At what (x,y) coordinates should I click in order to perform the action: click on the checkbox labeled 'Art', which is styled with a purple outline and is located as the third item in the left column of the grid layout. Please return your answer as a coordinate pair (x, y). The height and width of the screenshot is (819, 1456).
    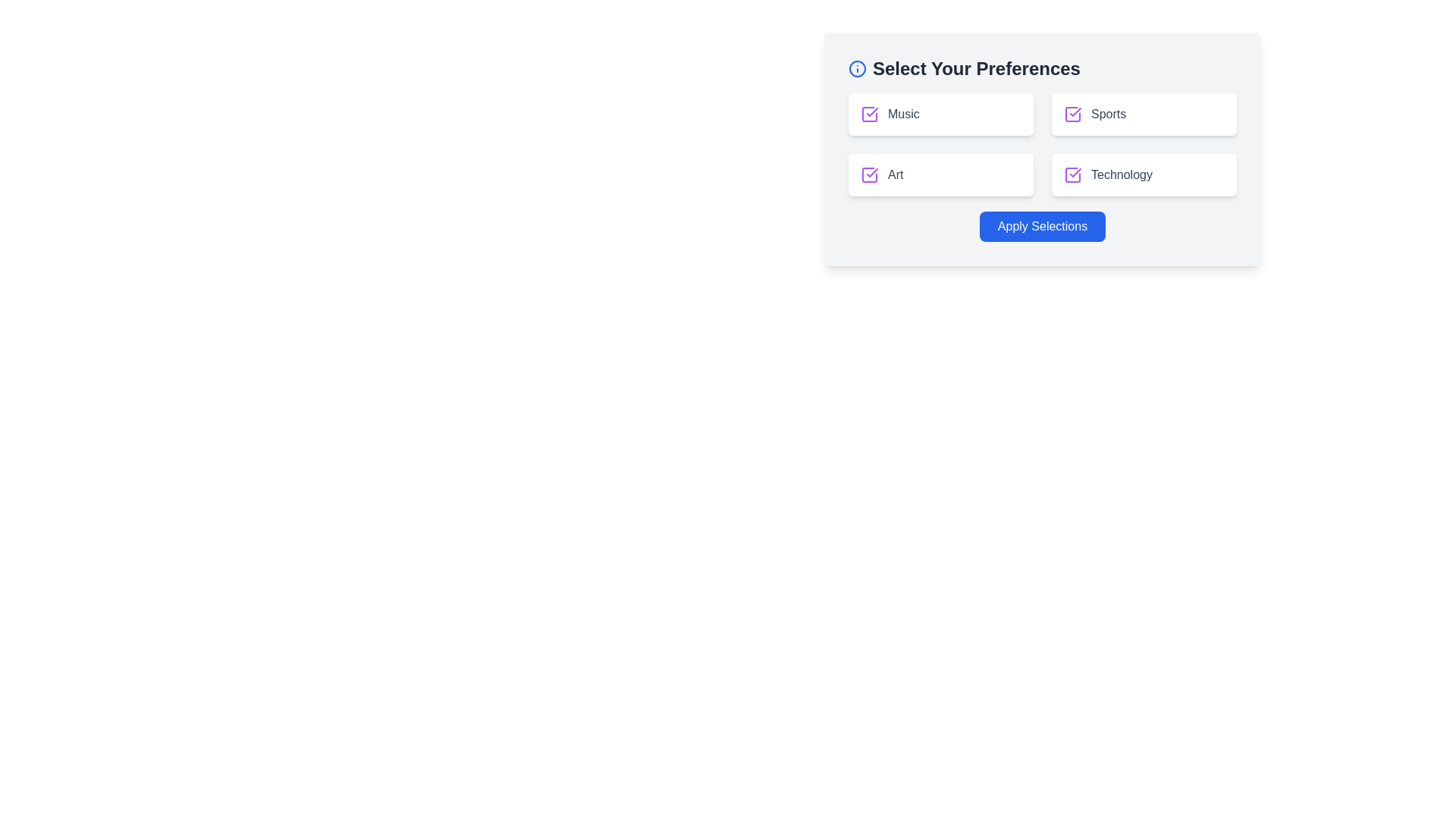
    Looking at the image, I should click on (940, 174).